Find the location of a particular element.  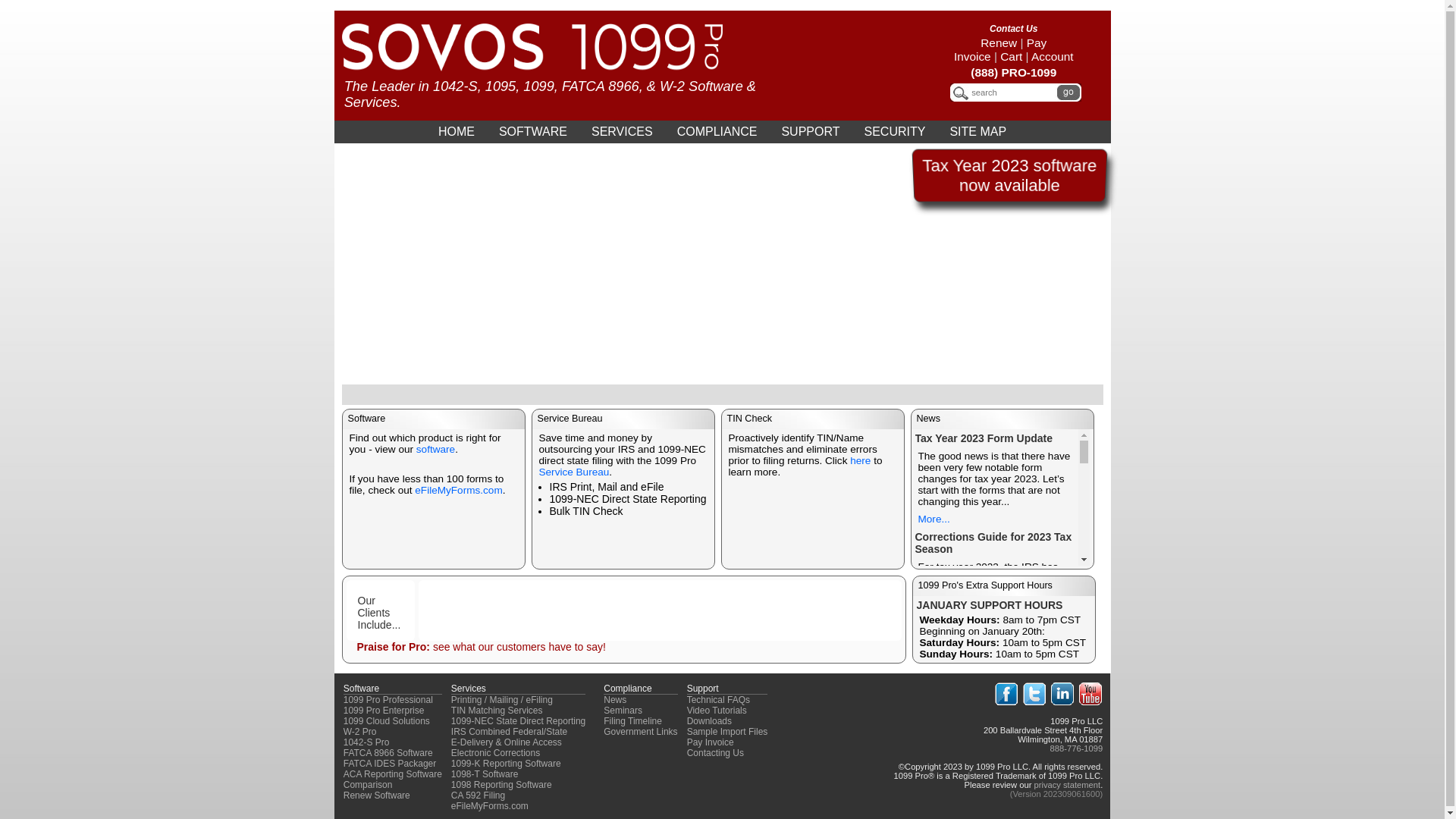

'SITE MAP' is located at coordinates (937, 130).